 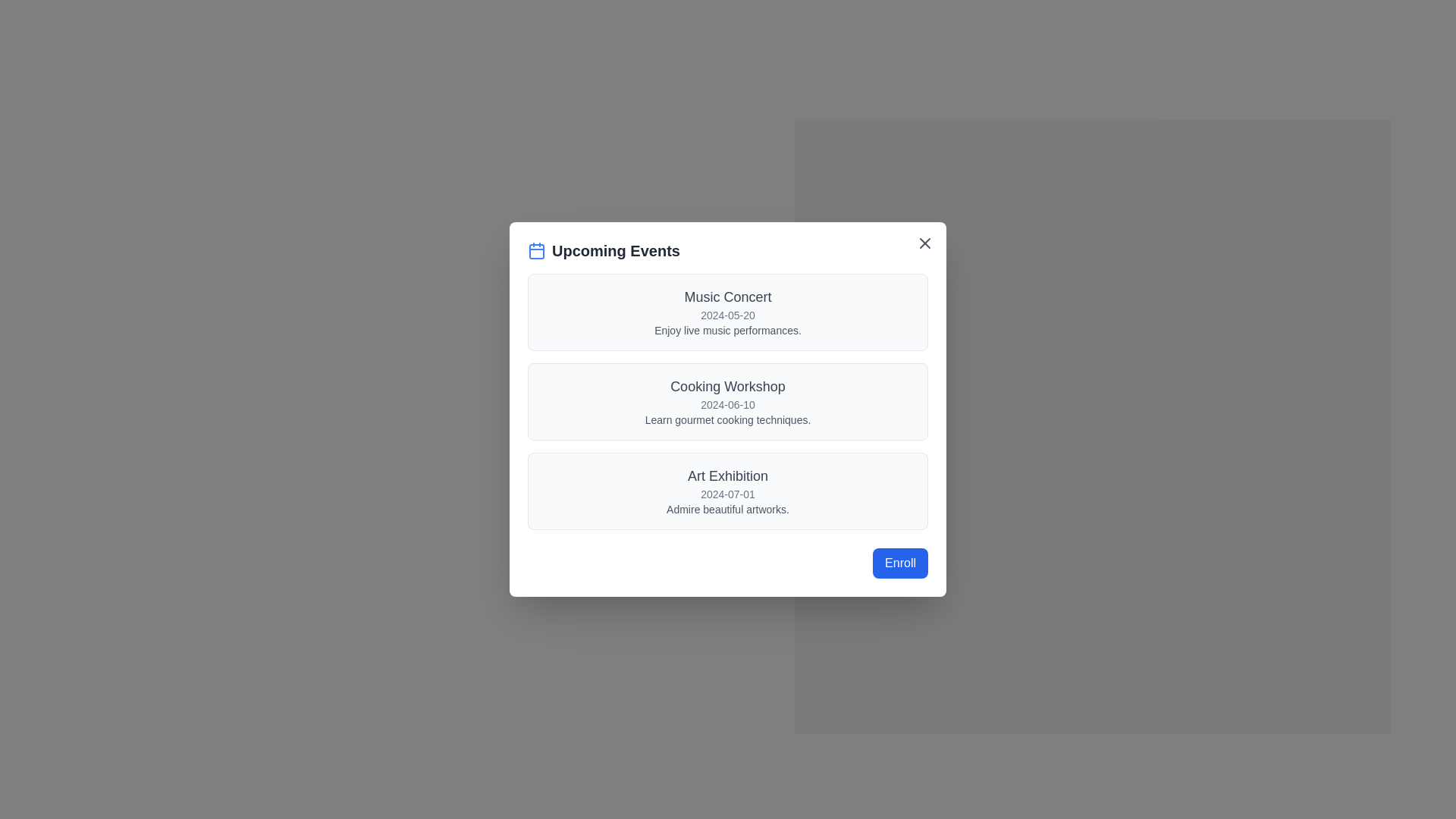 I want to click on the text element displaying 'Enjoy live music performances.' located beneath the date '2024-05-20' in the 'Music Concert' section of the 'Upcoming Events' card, so click(x=728, y=329).